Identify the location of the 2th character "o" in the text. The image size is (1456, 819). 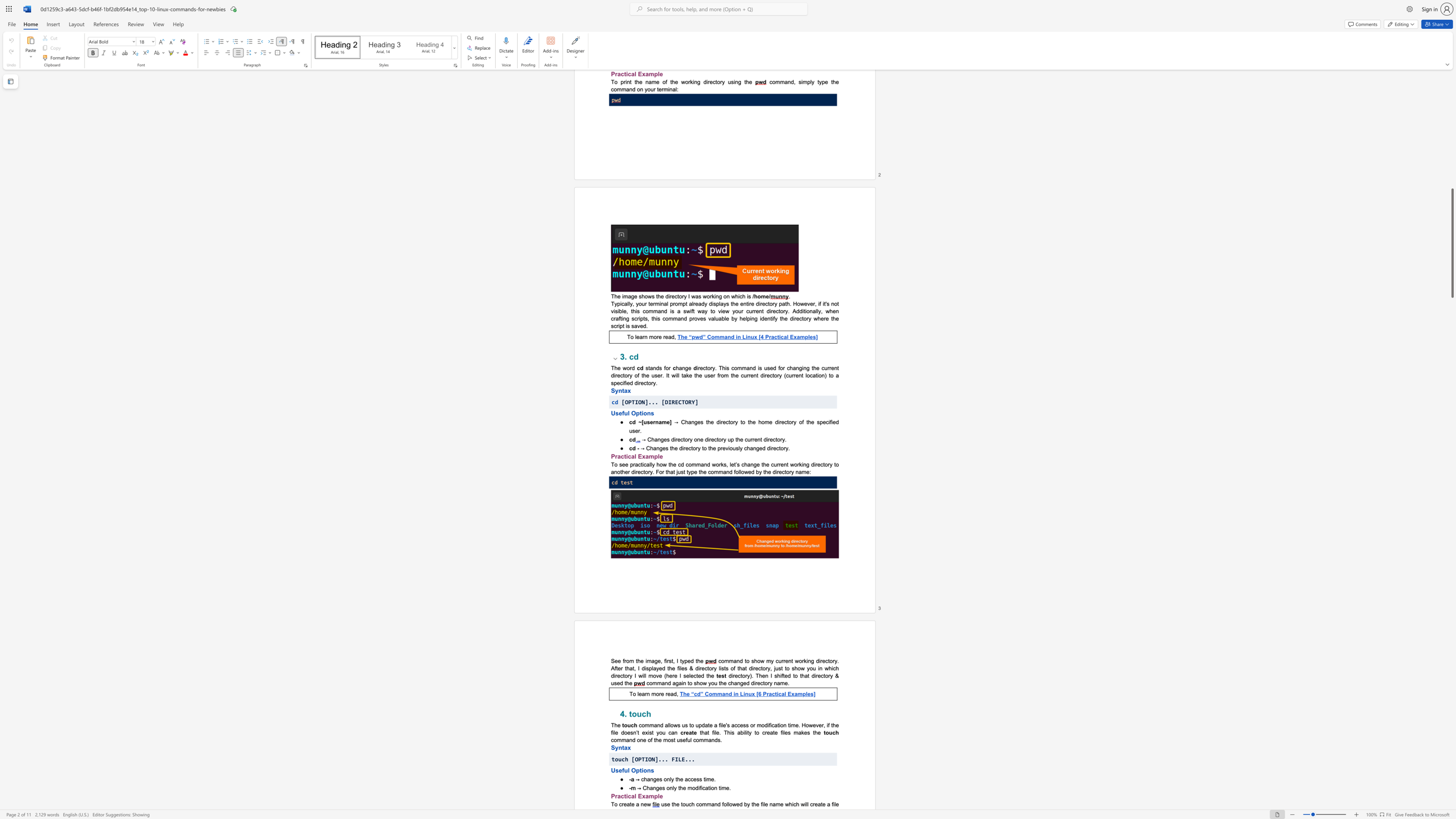
(657, 694).